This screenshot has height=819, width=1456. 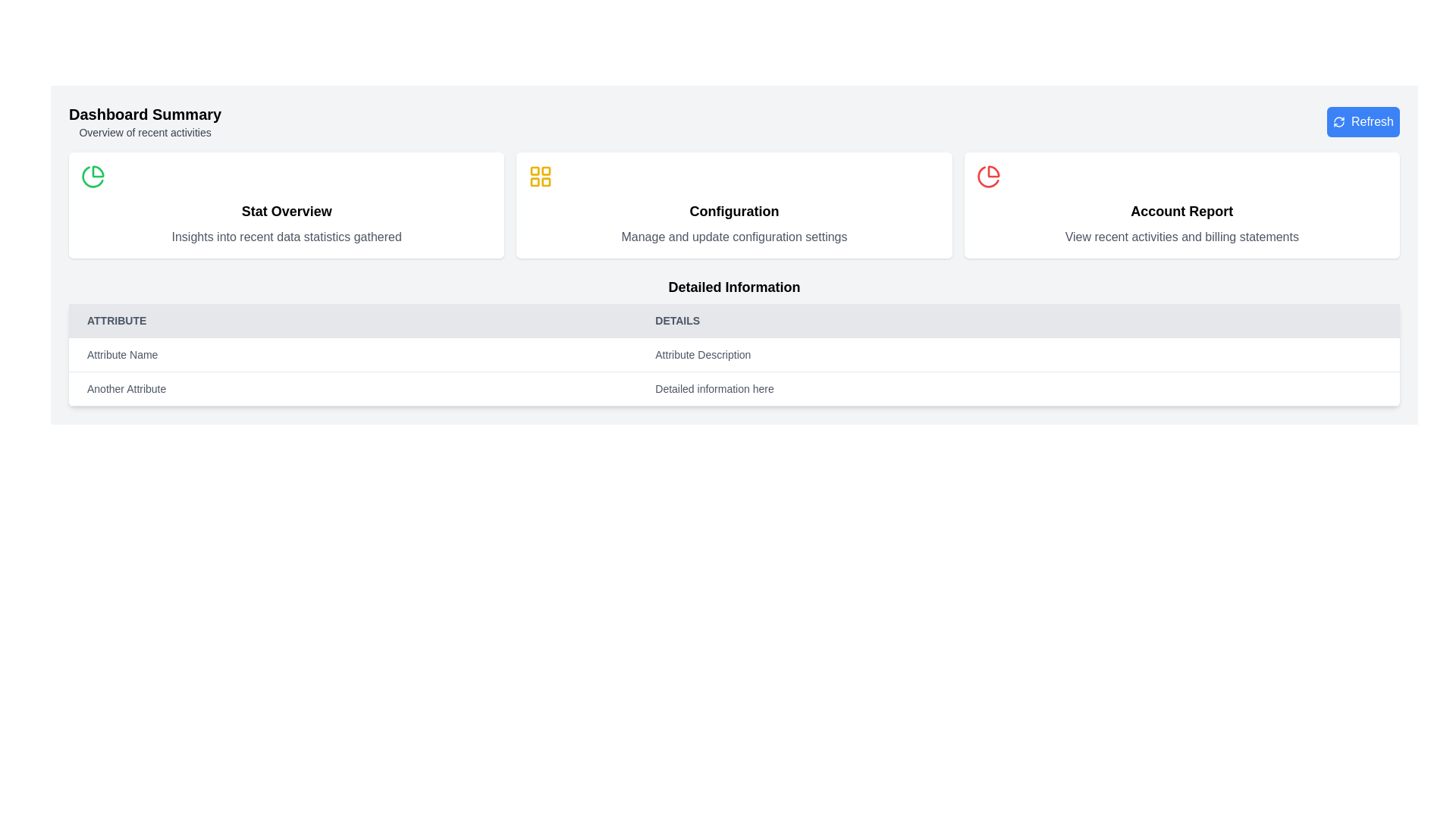 What do you see at coordinates (1339, 121) in the screenshot?
I see `the decorative icon within the 'Refresh' button located in the top-right corner of the interface` at bounding box center [1339, 121].